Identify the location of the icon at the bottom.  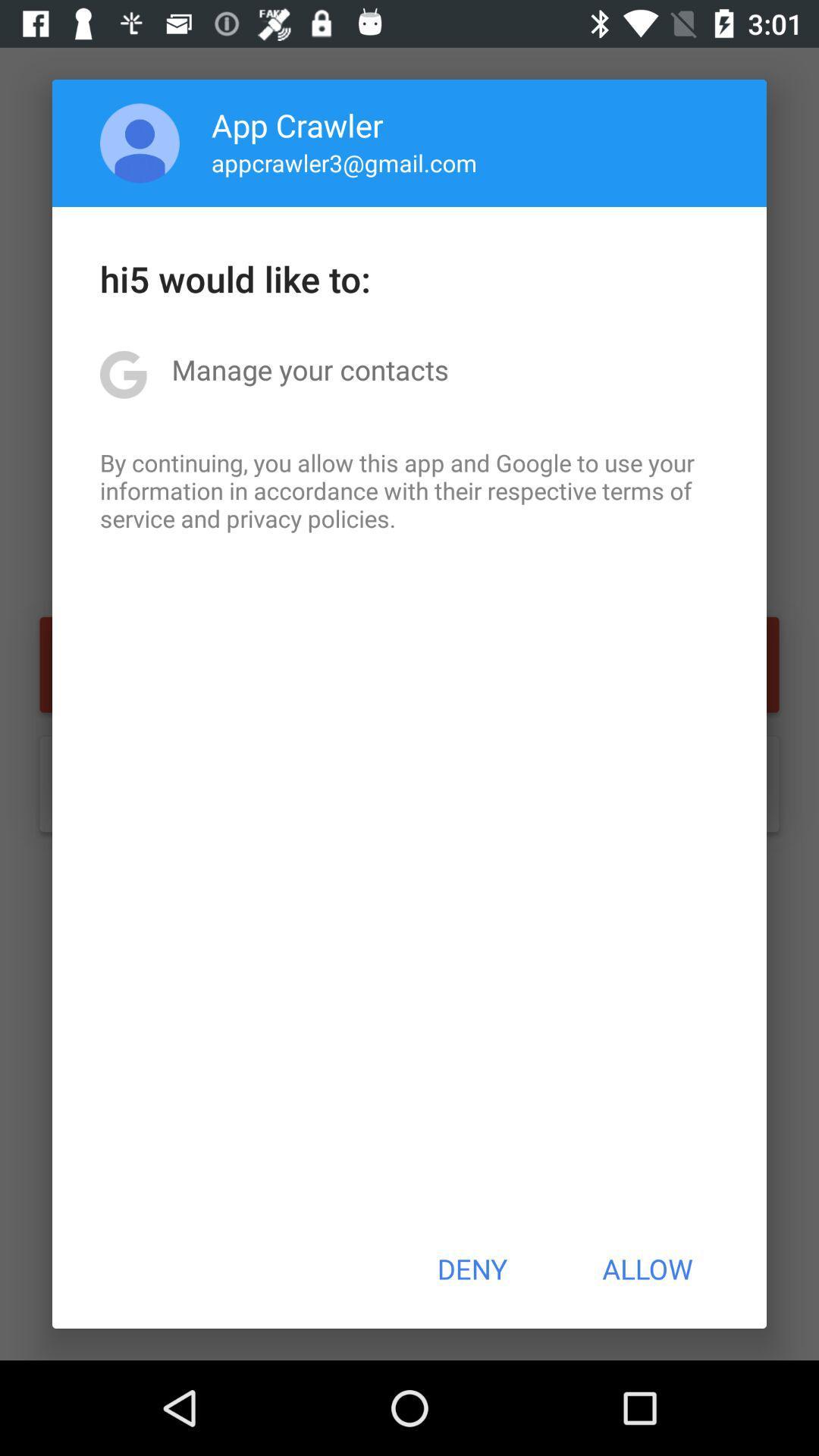
(471, 1269).